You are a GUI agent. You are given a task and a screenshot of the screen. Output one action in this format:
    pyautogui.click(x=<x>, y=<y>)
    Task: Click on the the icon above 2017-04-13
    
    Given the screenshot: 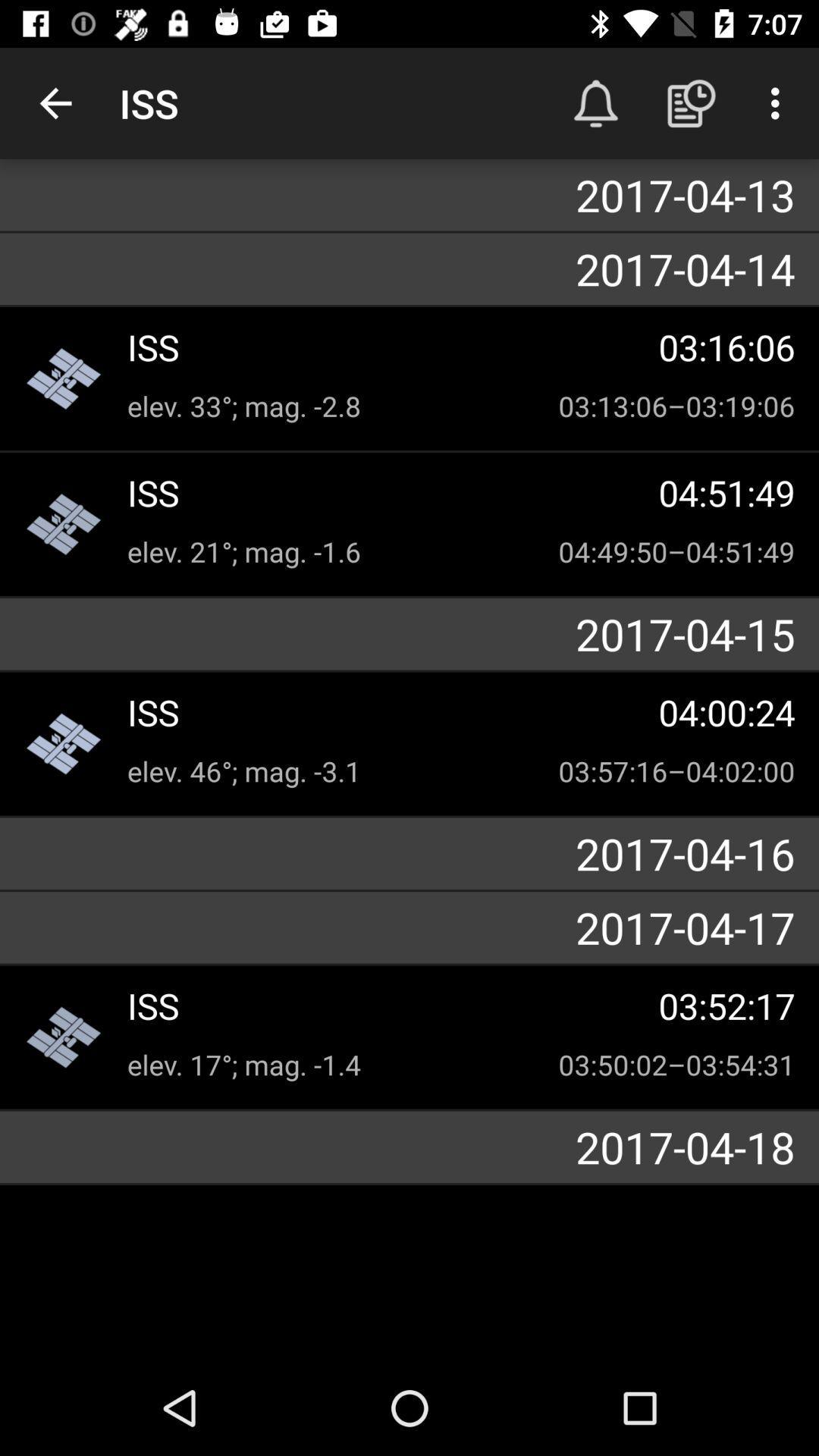 What is the action you would take?
    pyautogui.click(x=691, y=102)
    